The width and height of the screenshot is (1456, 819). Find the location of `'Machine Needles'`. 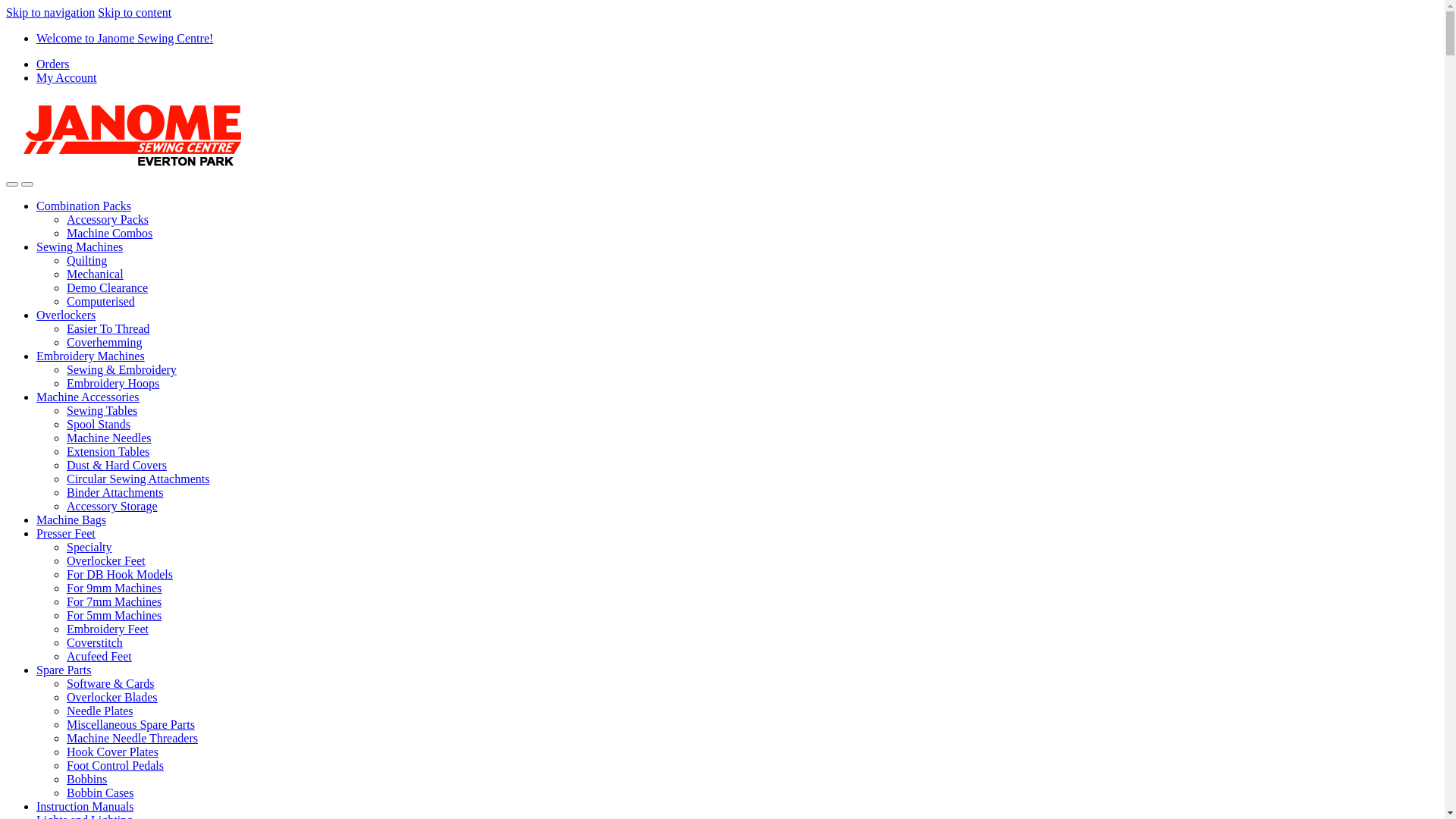

'Machine Needles' is located at coordinates (108, 438).